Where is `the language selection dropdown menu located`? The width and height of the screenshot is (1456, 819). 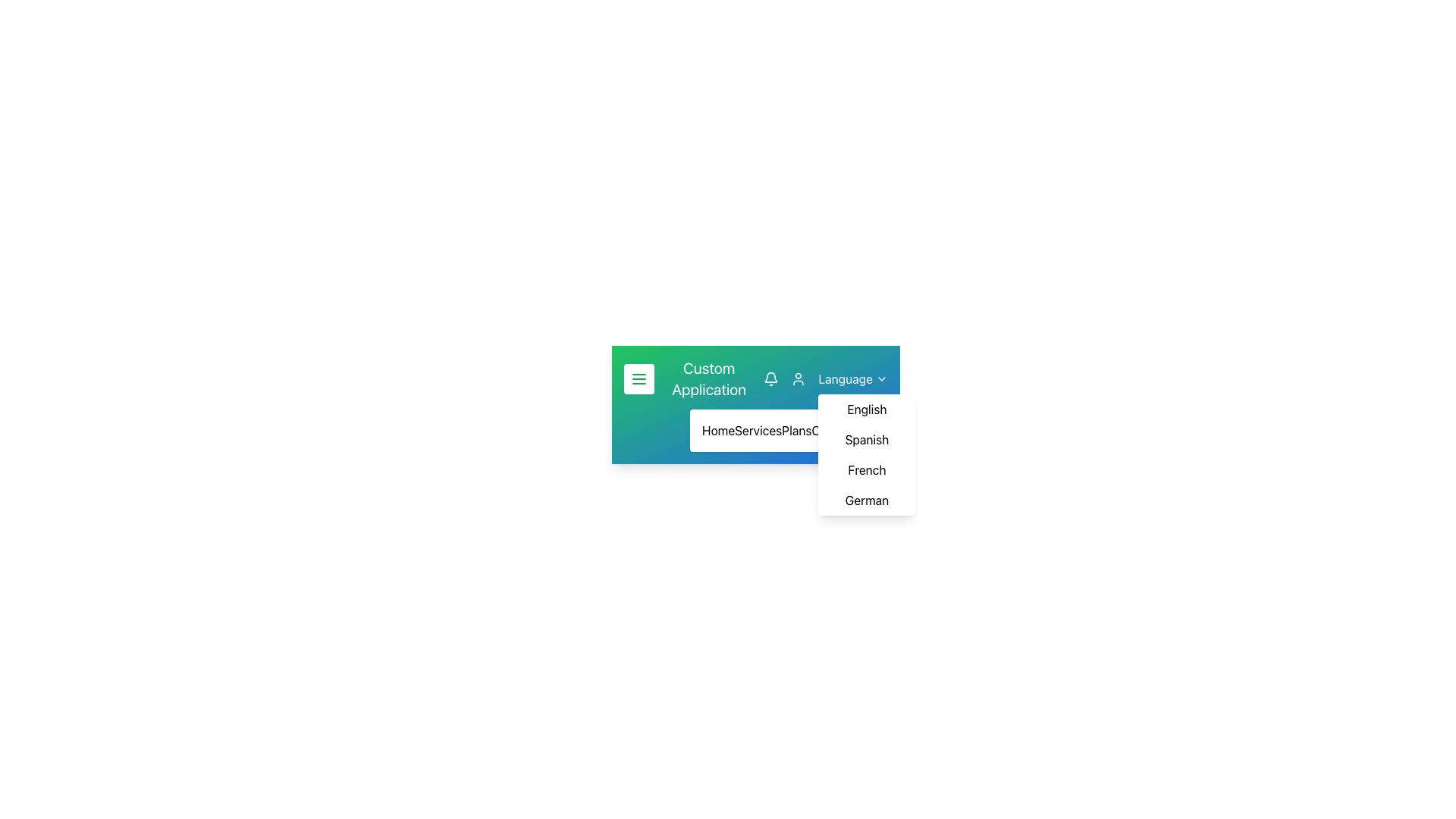 the language selection dropdown menu located is located at coordinates (852, 378).